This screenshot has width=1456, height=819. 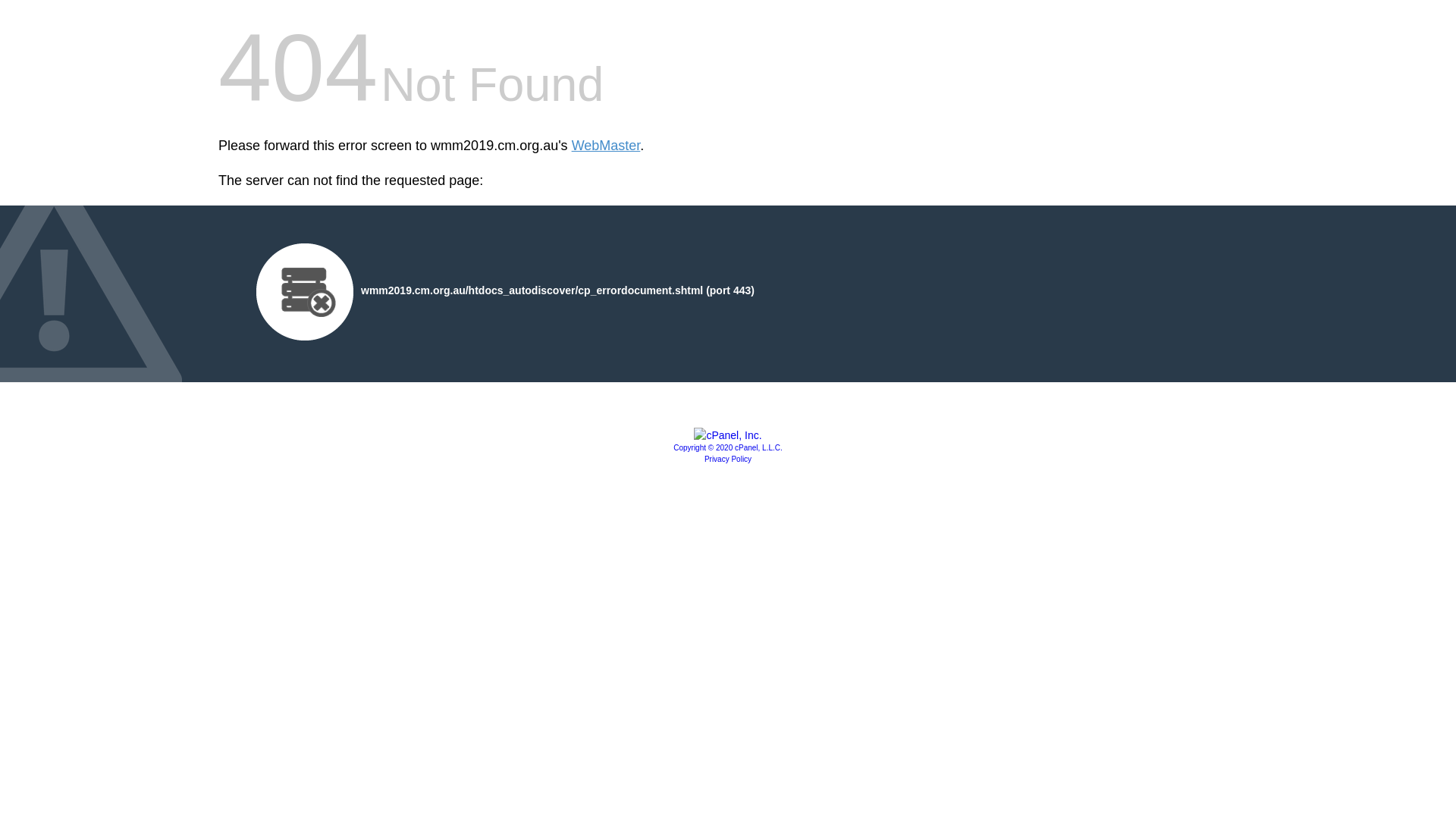 What do you see at coordinates (726, 435) in the screenshot?
I see `'cPanel, Inc.'` at bounding box center [726, 435].